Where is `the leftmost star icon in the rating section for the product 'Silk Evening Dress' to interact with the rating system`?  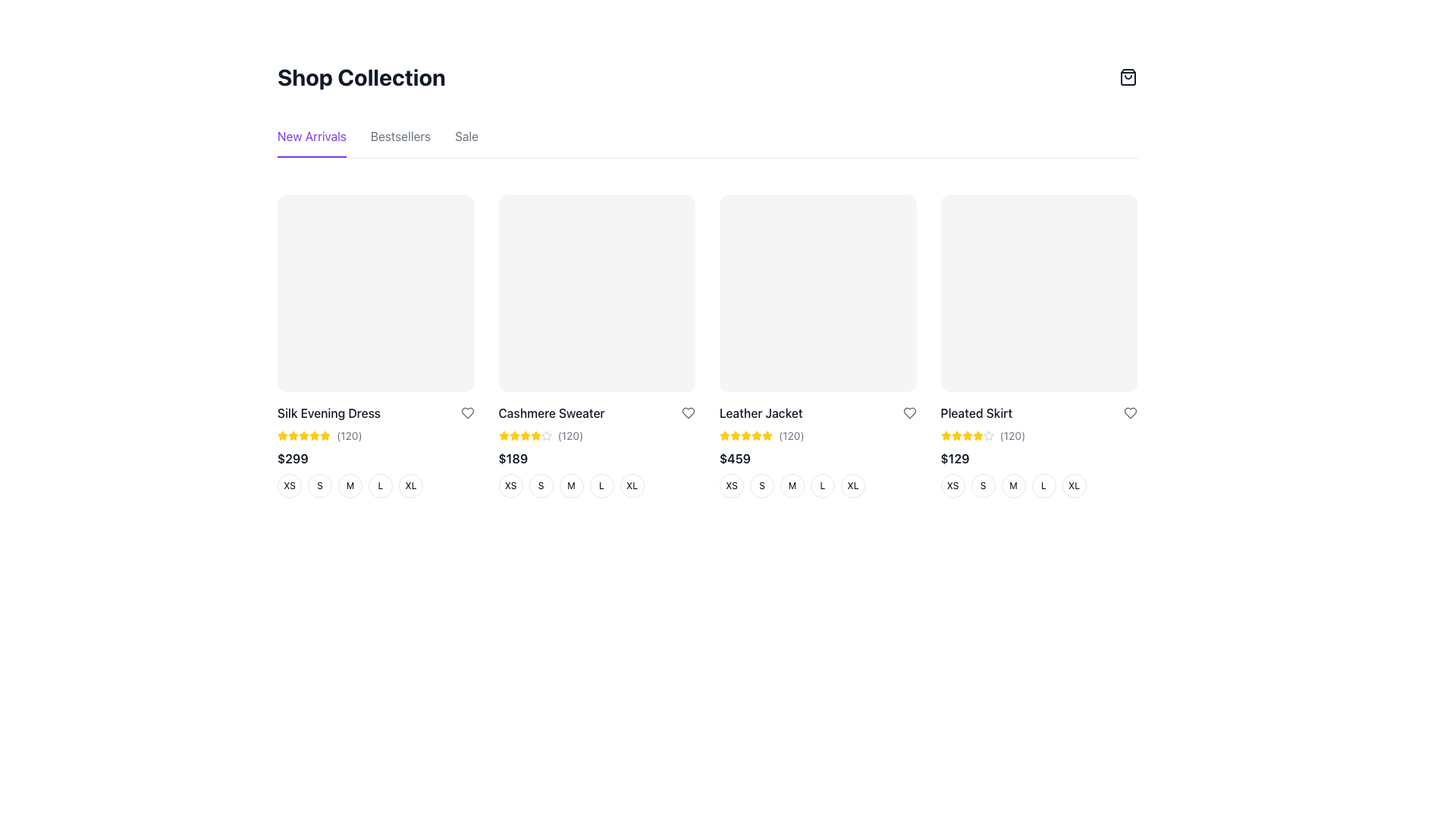
the leftmost star icon in the rating section for the product 'Silk Evening Dress' to interact with the rating system is located at coordinates (324, 435).